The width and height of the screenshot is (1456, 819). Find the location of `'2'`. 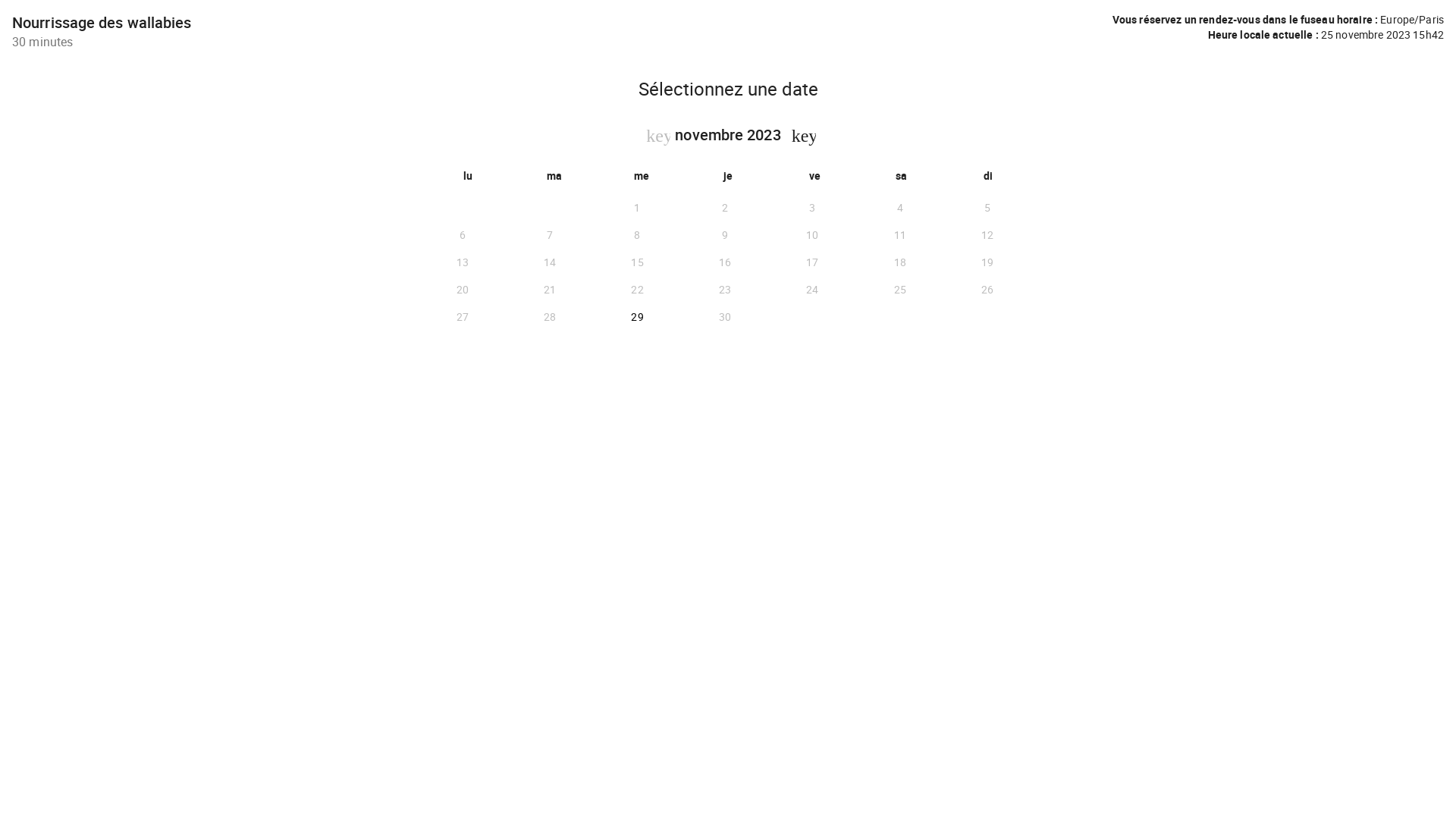

'2' is located at coordinates (723, 207).